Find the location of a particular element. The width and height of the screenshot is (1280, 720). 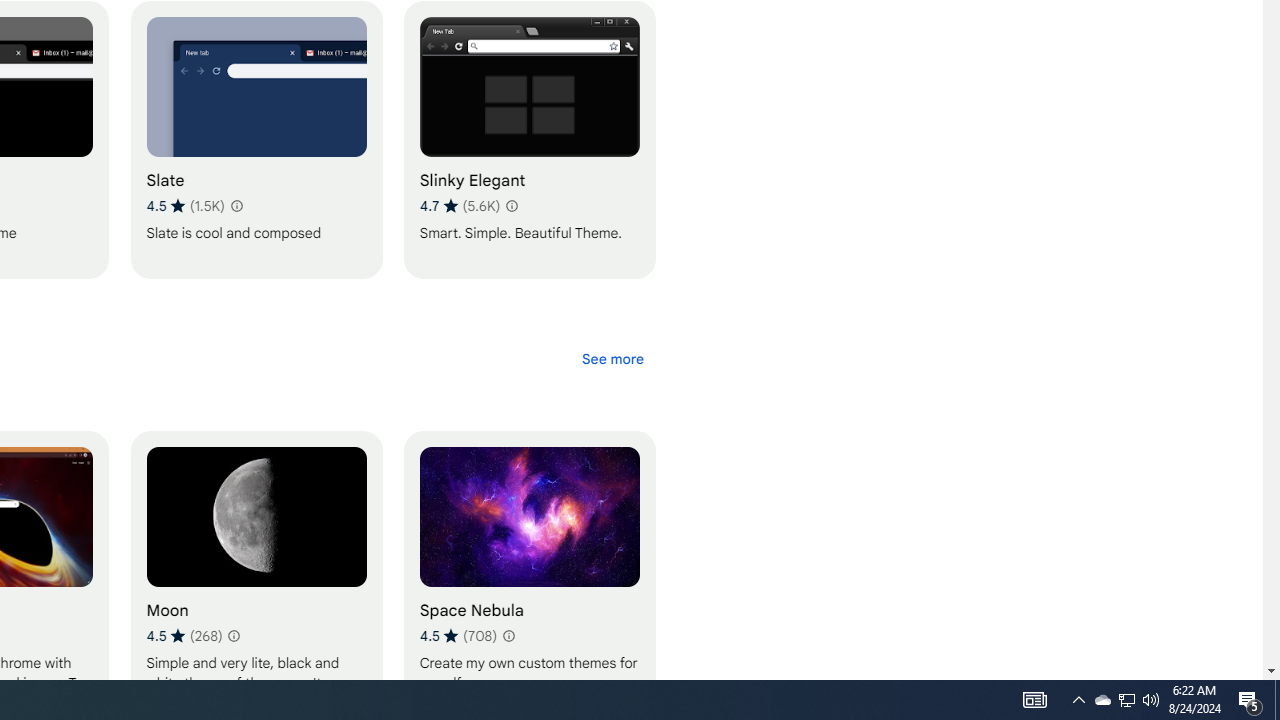

'Learn more about results and reviews "Slinky Elegant"' is located at coordinates (511, 205).